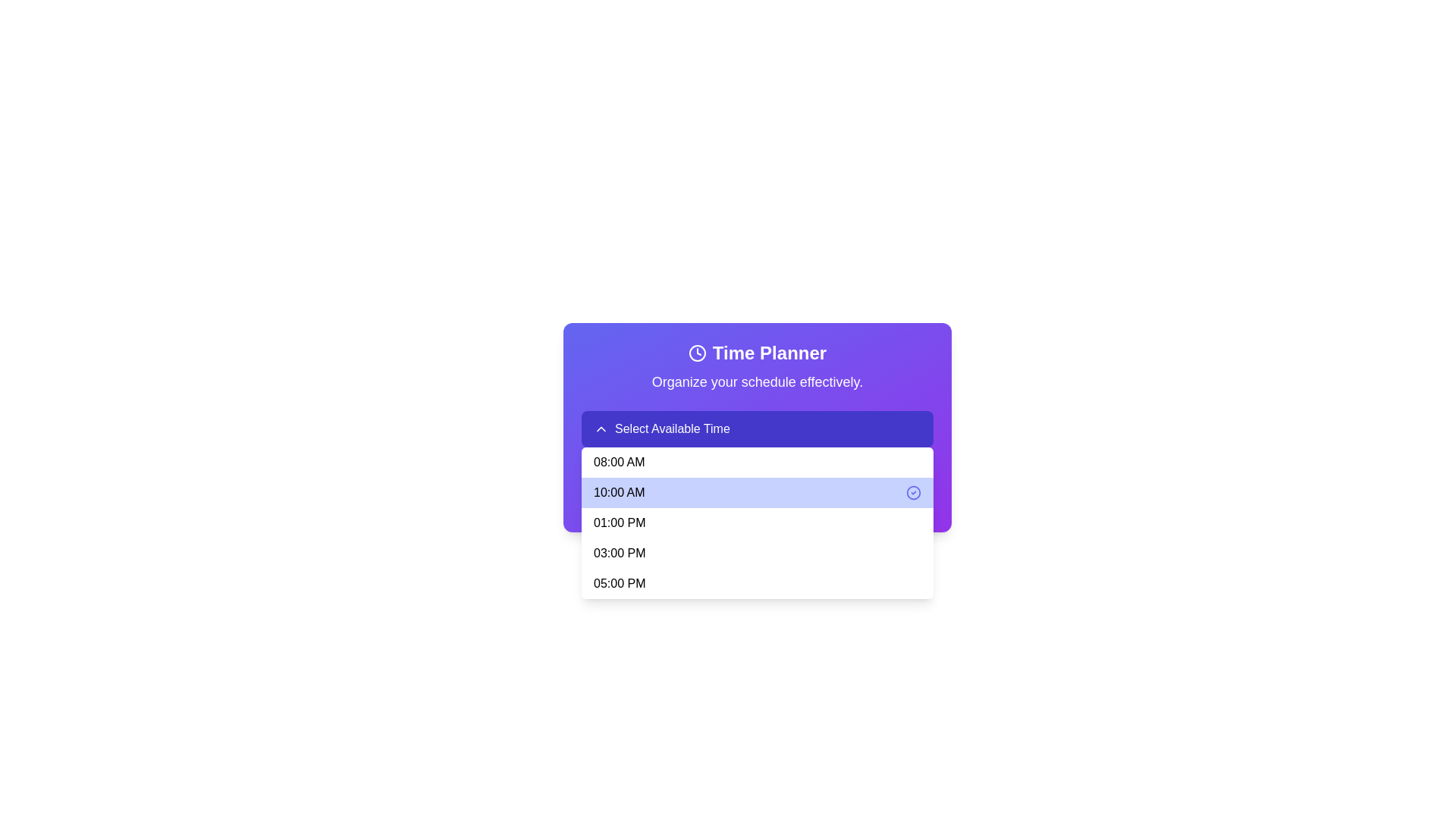 This screenshot has width=1456, height=819. What do you see at coordinates (696, 353) in the screenshot?
I see `the outer boundary of the clock icon, which is a circle SVG graphic component located above the 'Time Planner' text` at bounding box center [696, 353].